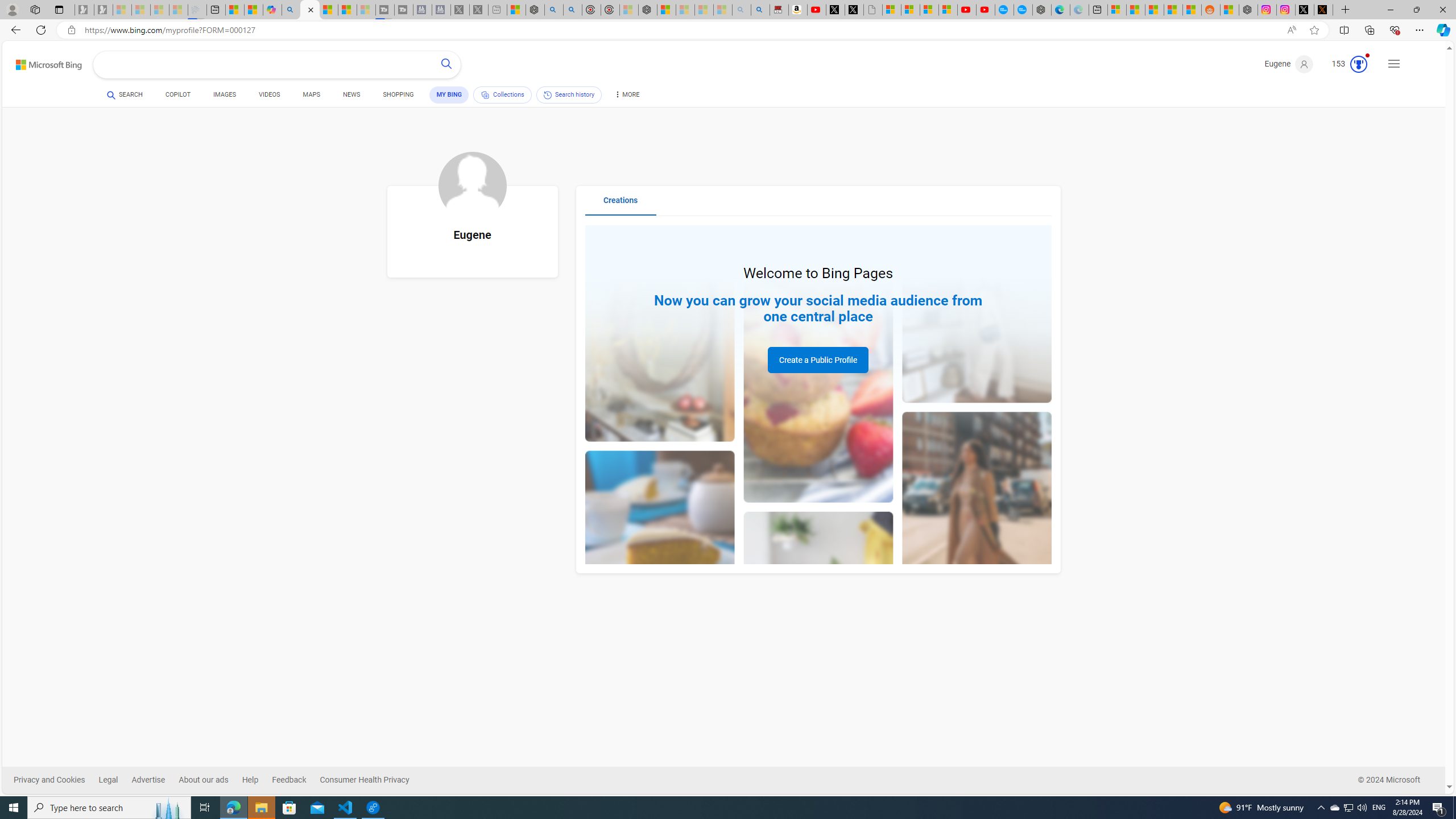 Image resolution: width=1456 pixels, height=819 pixels. What do you see at coordinates (311, 96) in the screenshot?
I see `'MAPS'` at bounding box center [311, 96].